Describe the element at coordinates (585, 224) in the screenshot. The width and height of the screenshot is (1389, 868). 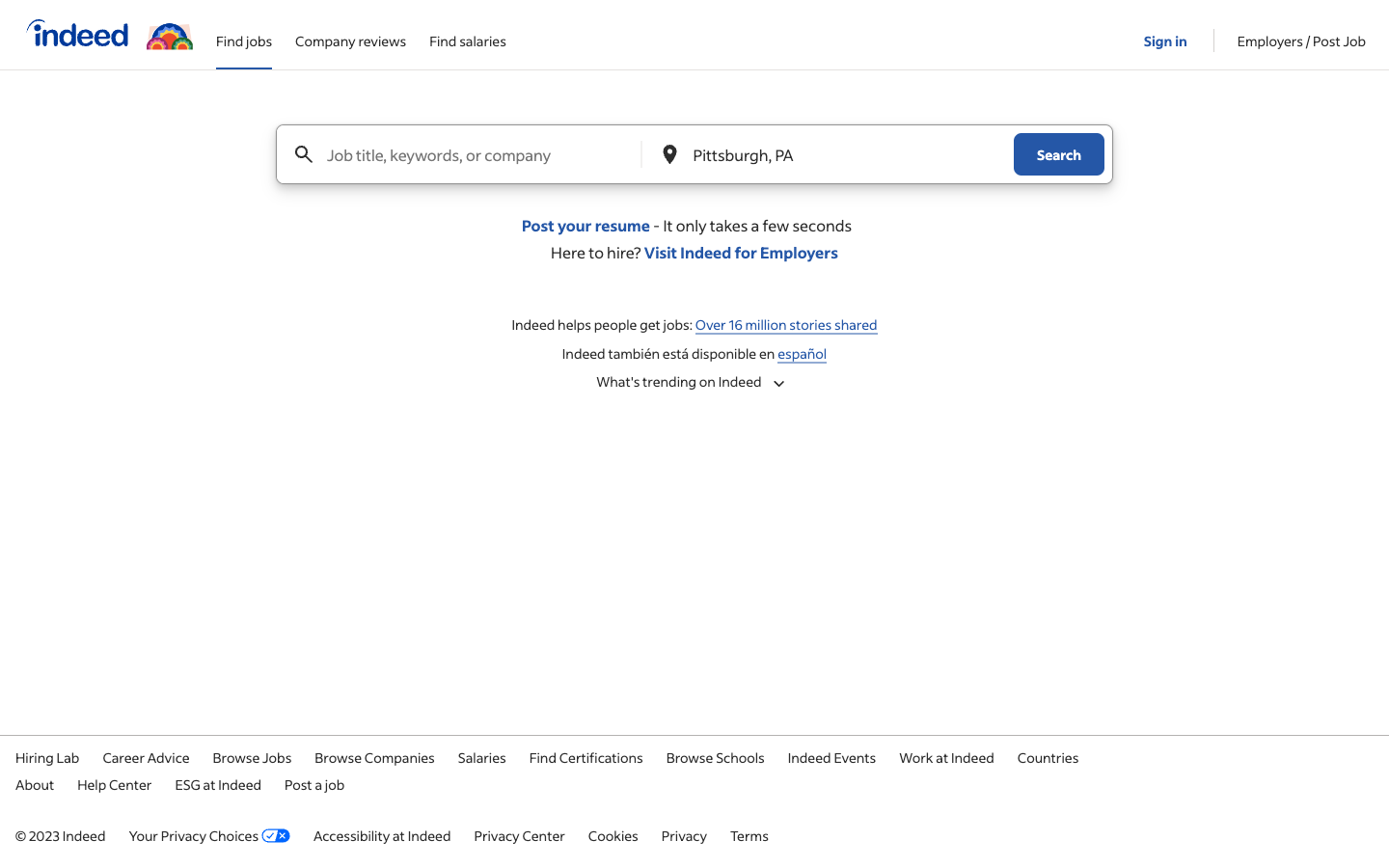
I see `Submit your resume on the given webpage` at that location.